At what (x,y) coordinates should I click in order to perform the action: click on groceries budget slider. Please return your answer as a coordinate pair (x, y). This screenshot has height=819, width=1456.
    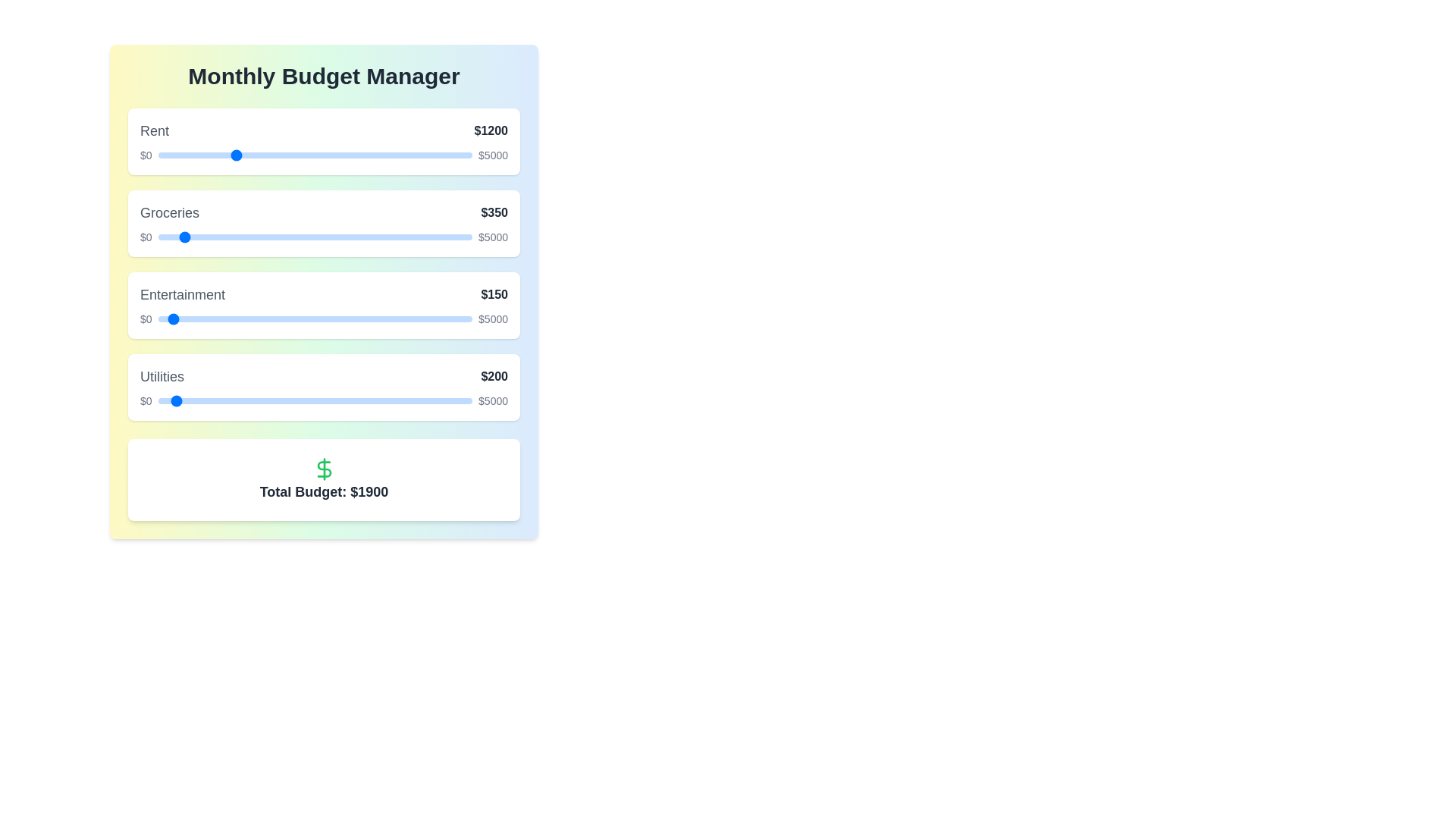
    Looking at the image, I should click on (215, 237).